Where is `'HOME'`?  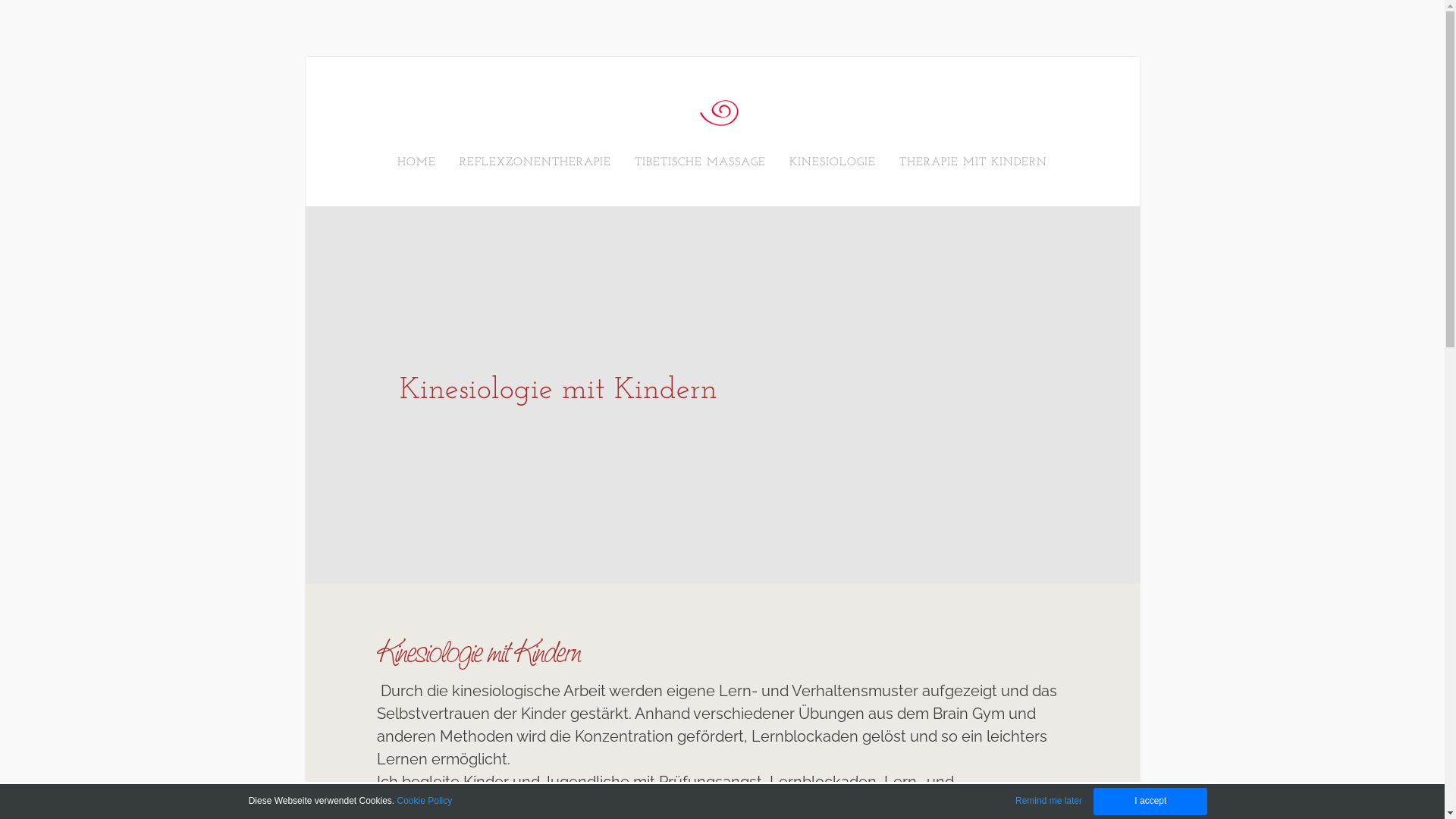
'HOME' is located at coordinates (416, 162).